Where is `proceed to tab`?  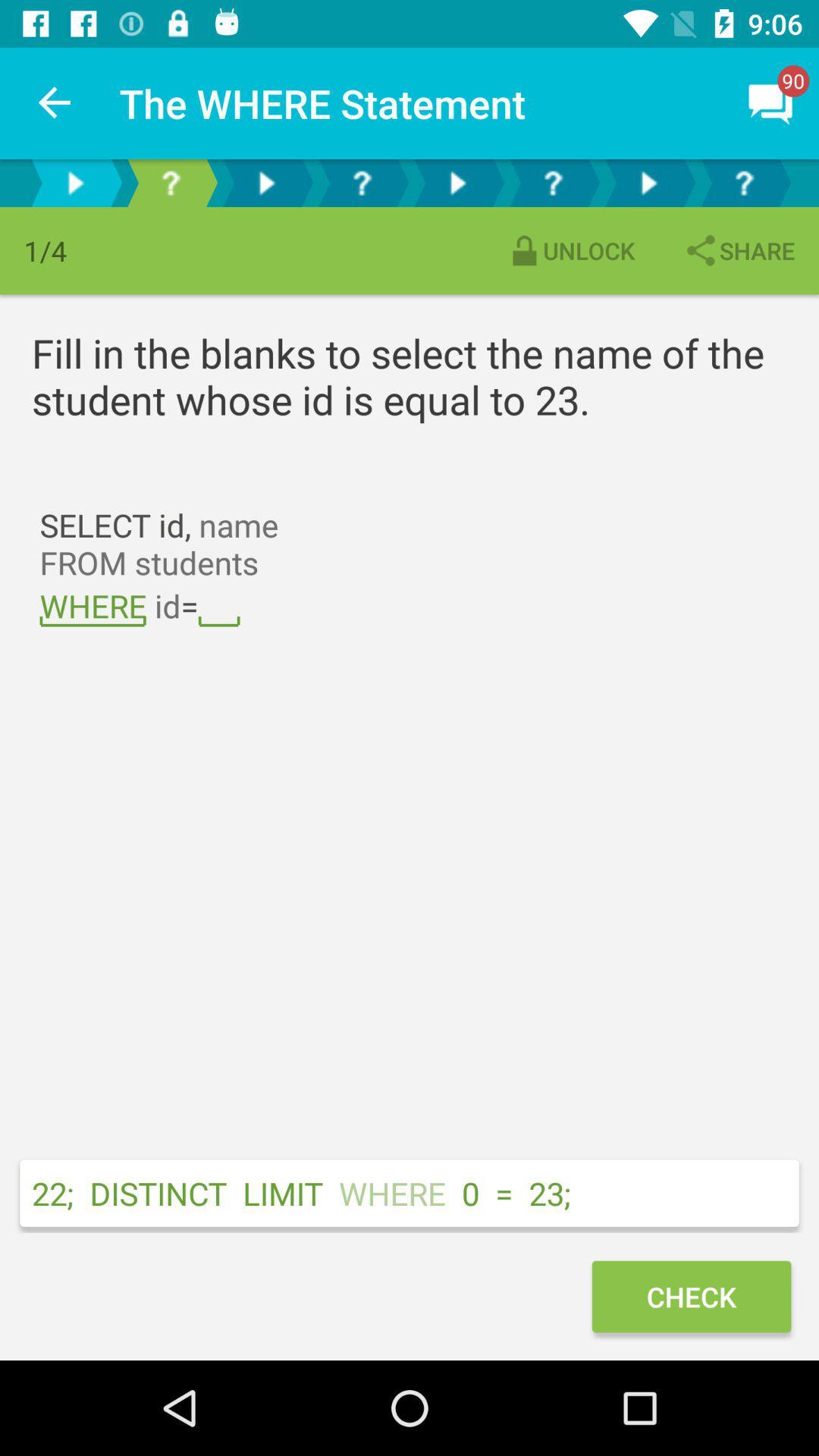
proceed to tab is located at coordinates (362, 182).